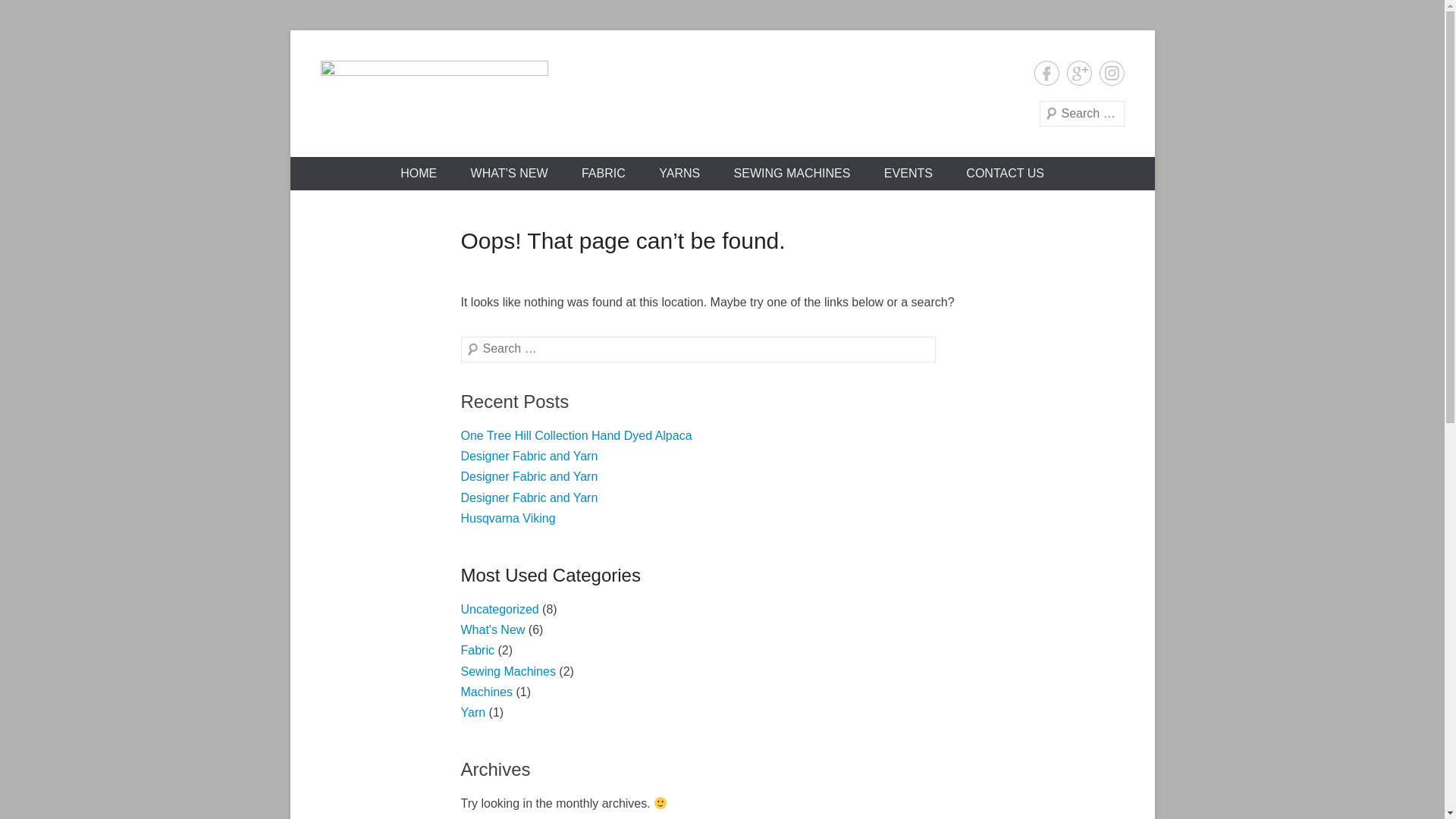 Image resolution: width=1456 pixels, height=819 pixels. Describe the element at coordinates (529, 455) in the screenshot. I see `'Designer Fabric and Yarn'` at that location.